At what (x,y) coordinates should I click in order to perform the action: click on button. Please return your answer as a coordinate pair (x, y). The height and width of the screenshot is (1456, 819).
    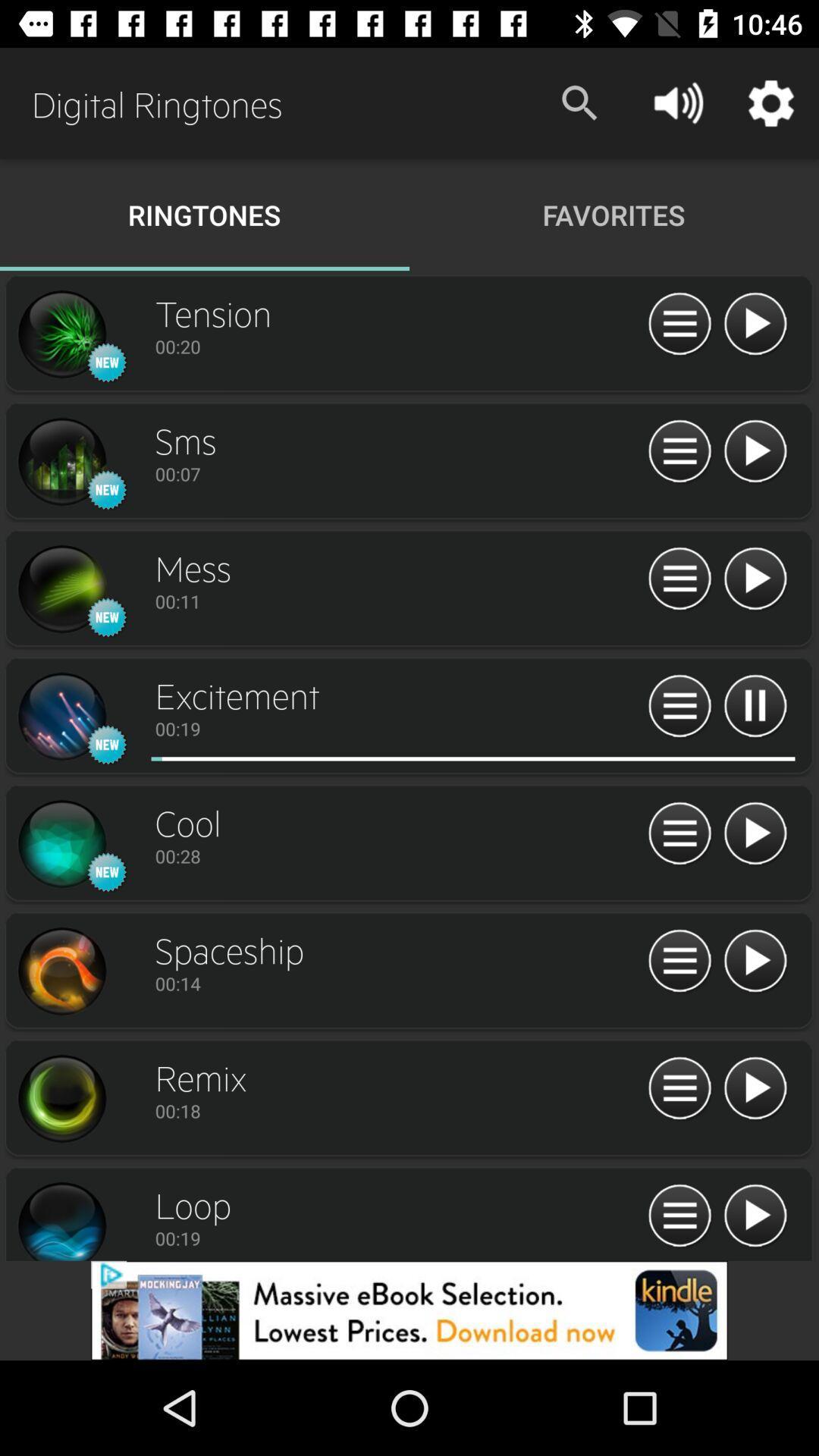
    Looking at the image, I should click on (755, 1088).